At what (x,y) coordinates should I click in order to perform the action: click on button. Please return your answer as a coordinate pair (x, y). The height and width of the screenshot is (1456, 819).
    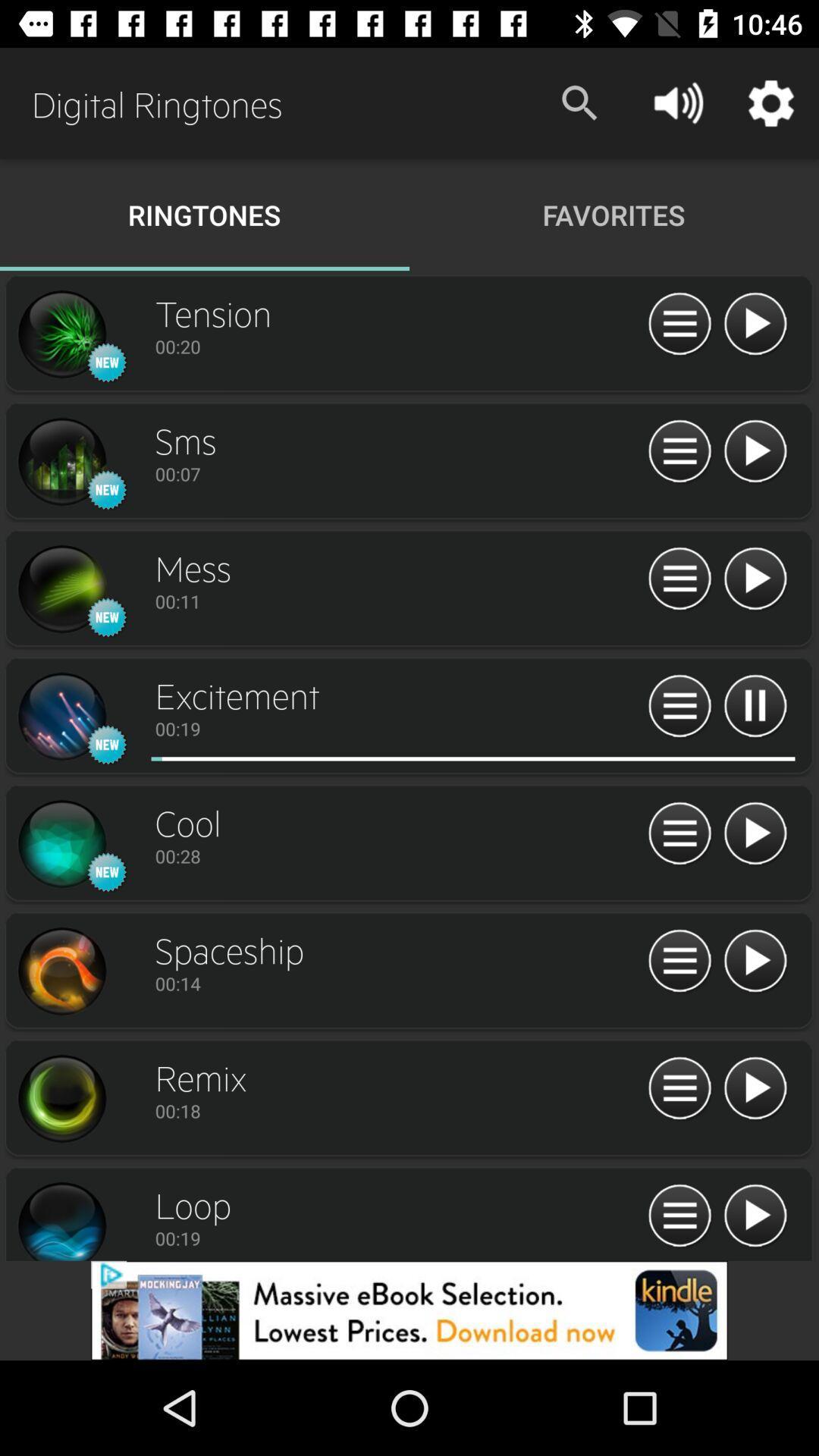
    Looking at the image, I should click on (755, 1088).